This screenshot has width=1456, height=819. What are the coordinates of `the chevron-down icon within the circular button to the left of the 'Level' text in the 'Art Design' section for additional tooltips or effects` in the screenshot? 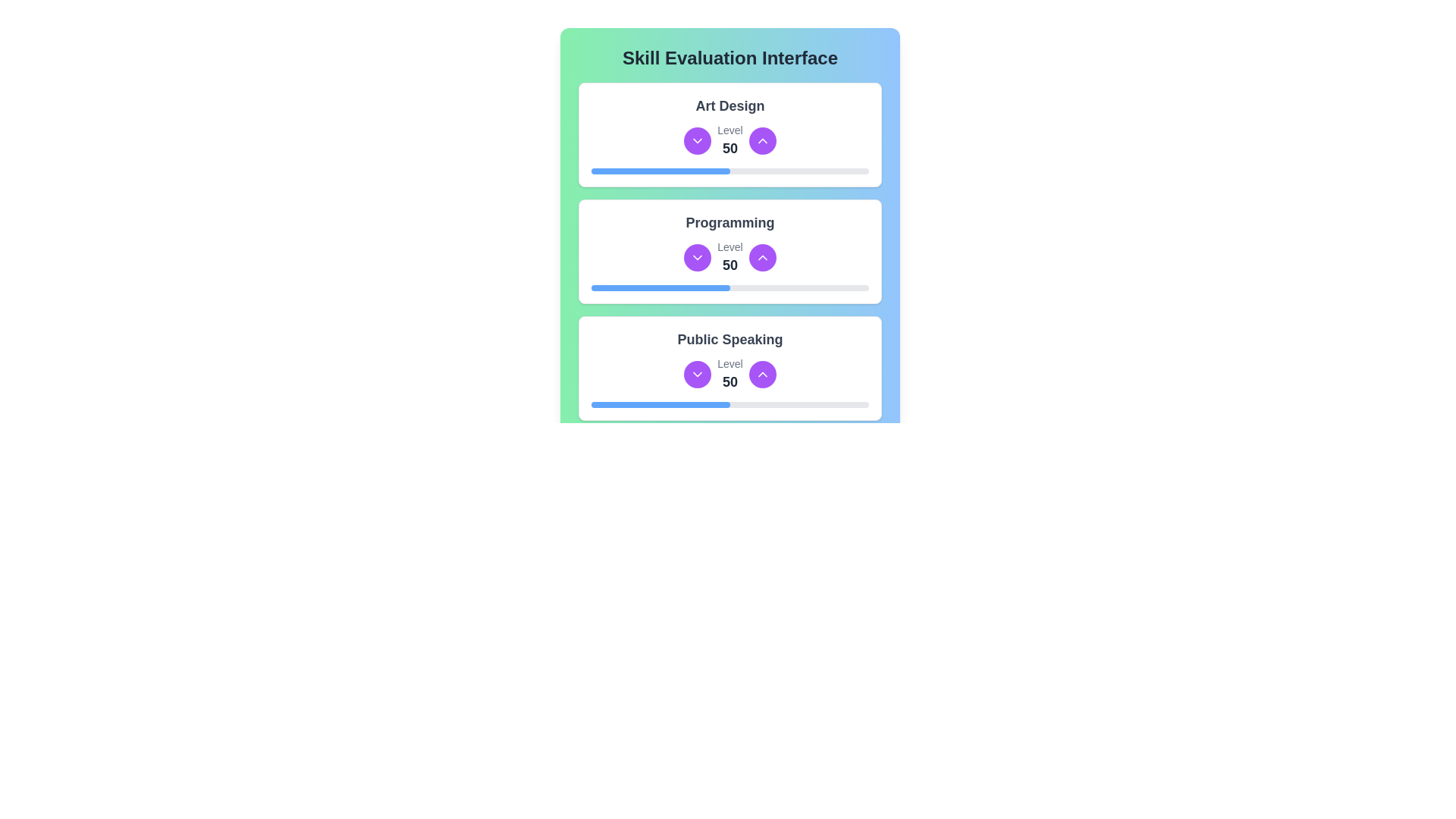 It's located at (697, 374).